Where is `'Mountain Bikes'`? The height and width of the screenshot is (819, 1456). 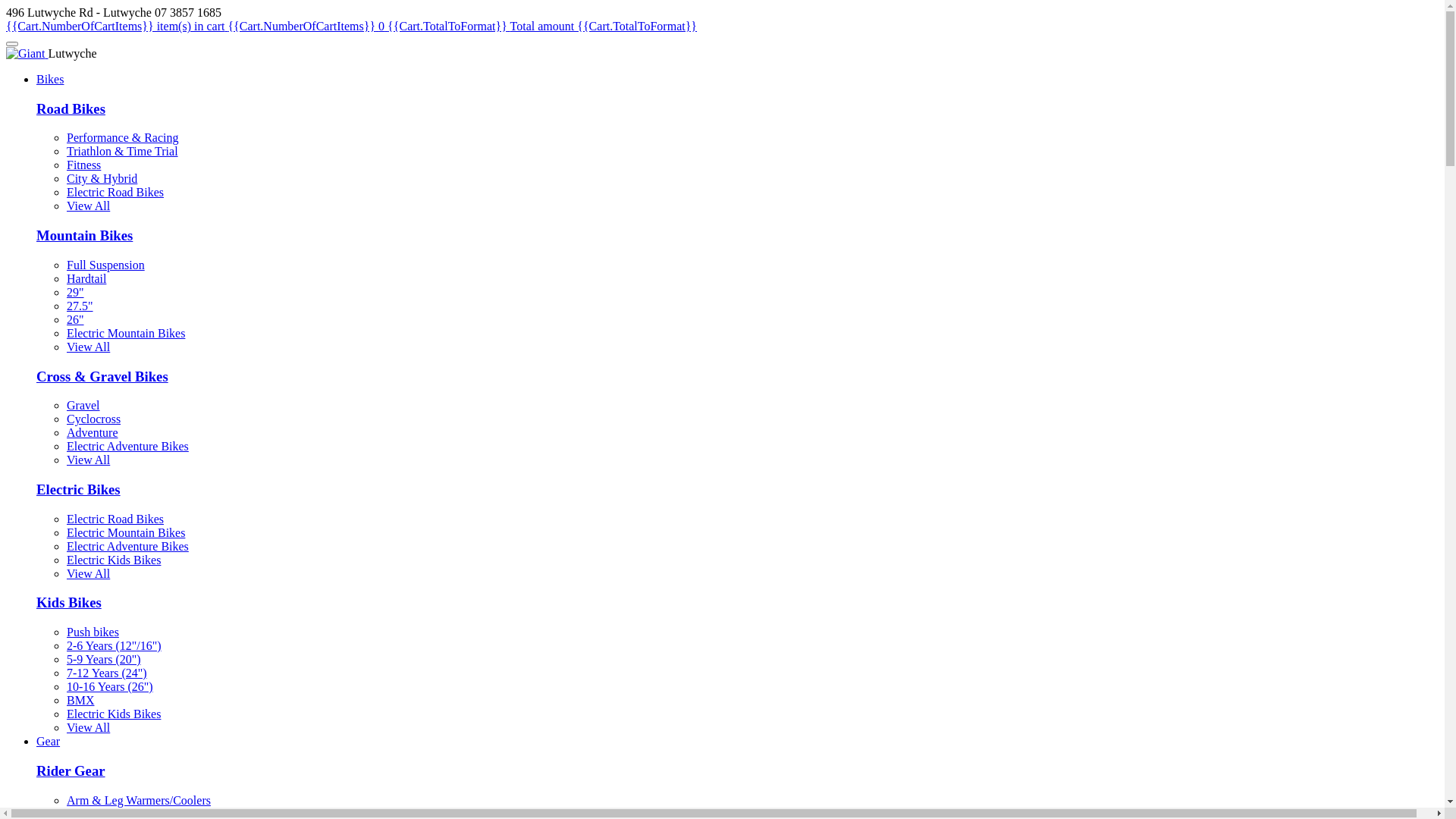 'Mountain Bikes' is located at coordinates (83, 235).